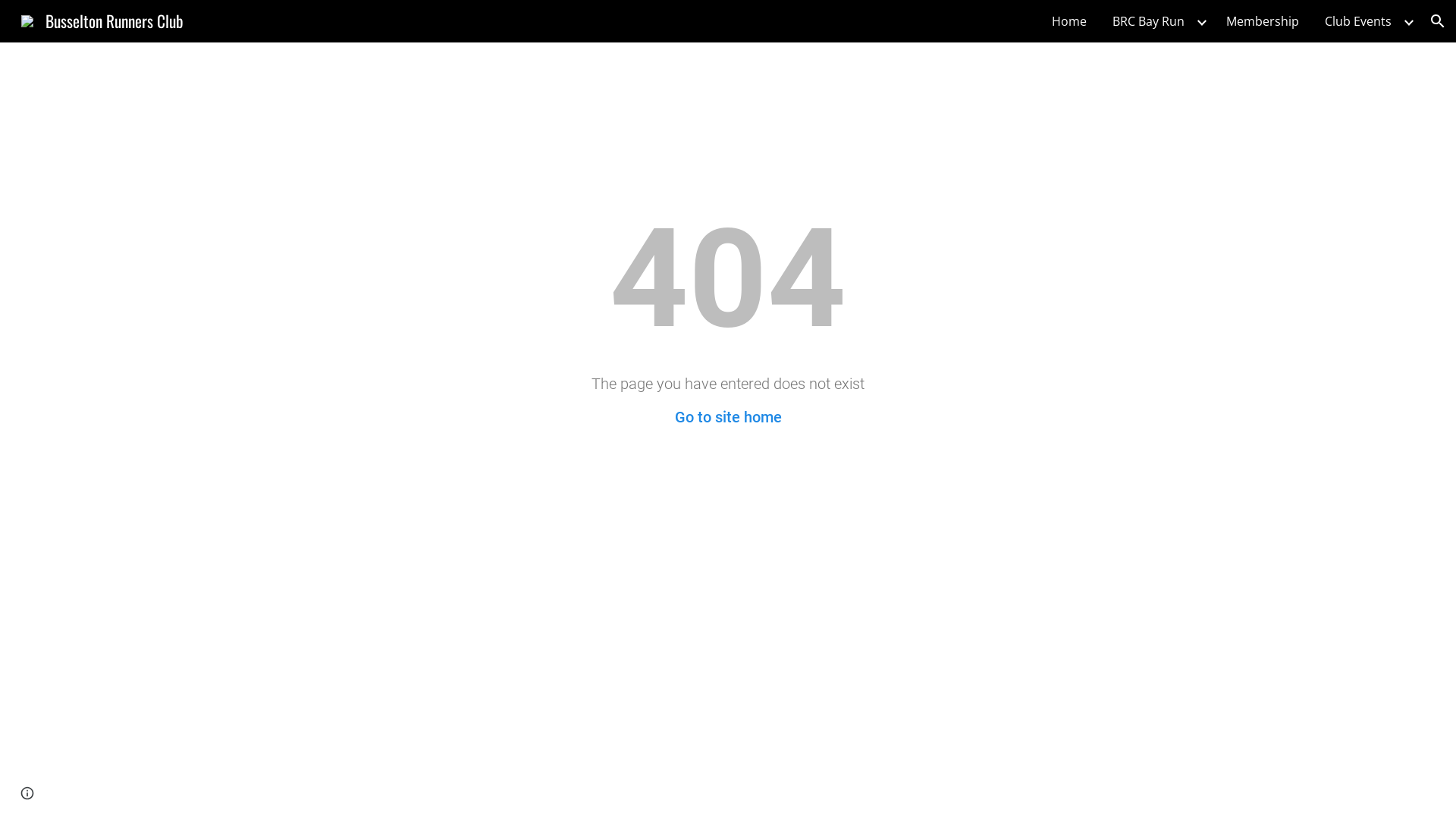 Image resolution: width=1456 pixels, height=819 pixels. What do you see at coordinates (1148, 20) in the screenshot?
I see `'BRC Bay Run'` at bounding box center [1148, 20].